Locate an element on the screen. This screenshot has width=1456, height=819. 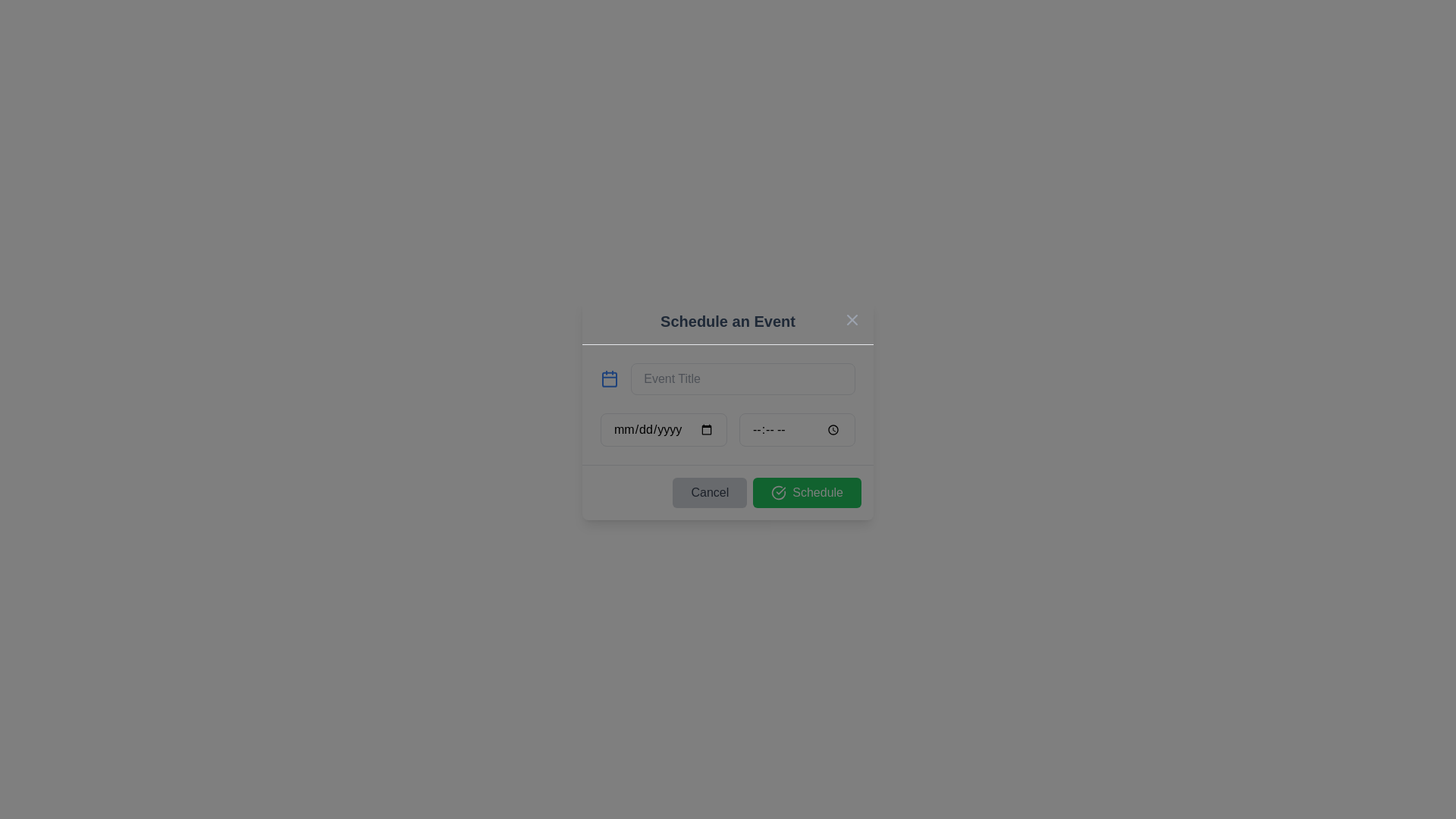
the 'Schedule' button with a green background and checkmark icon located at the bottom-right corner of the 'Schedule an Event' modal is located at coordinates (806, 493).